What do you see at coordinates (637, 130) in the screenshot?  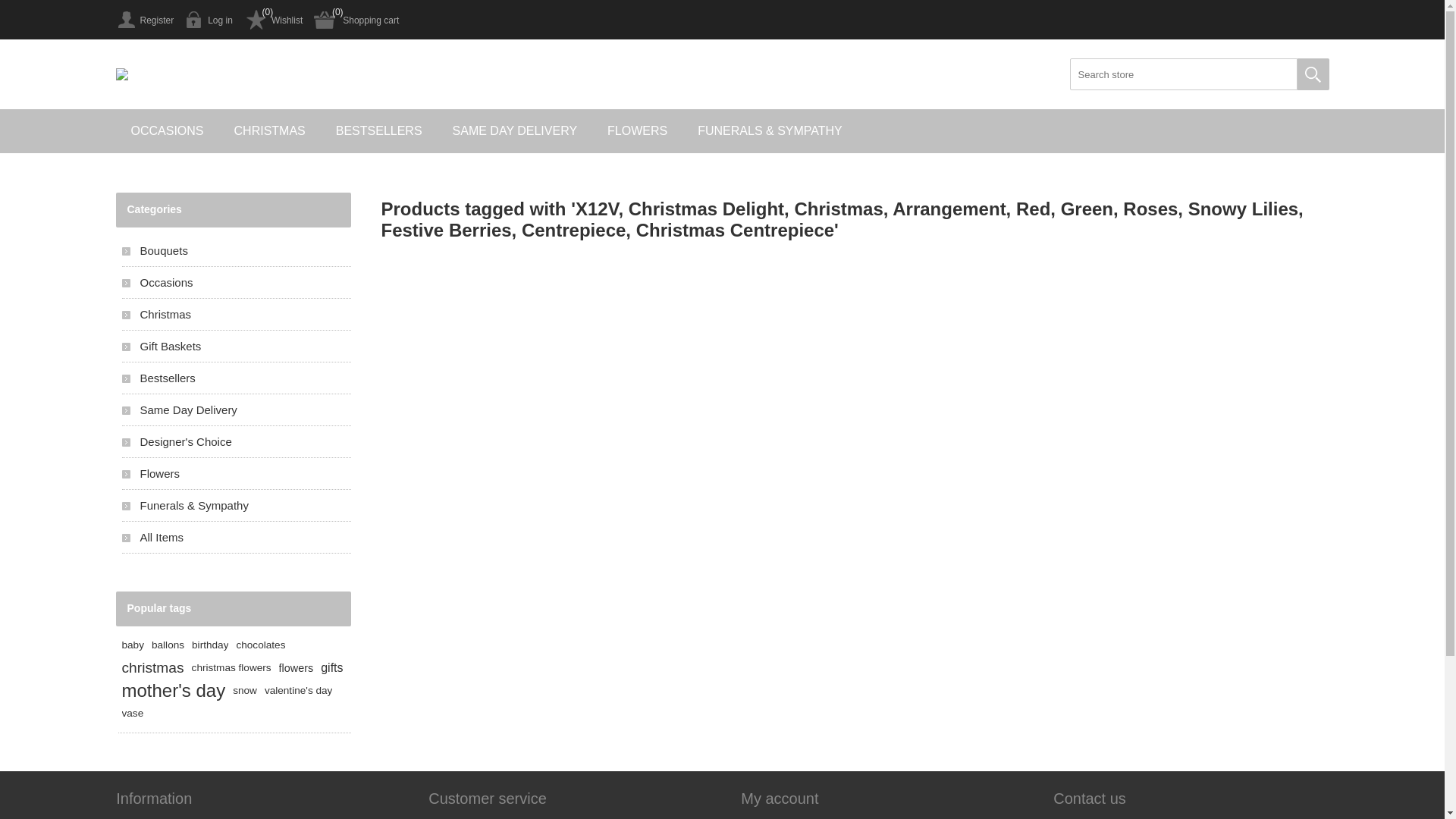 I see `'FLOWERS'` at bounding box center [637, 130].